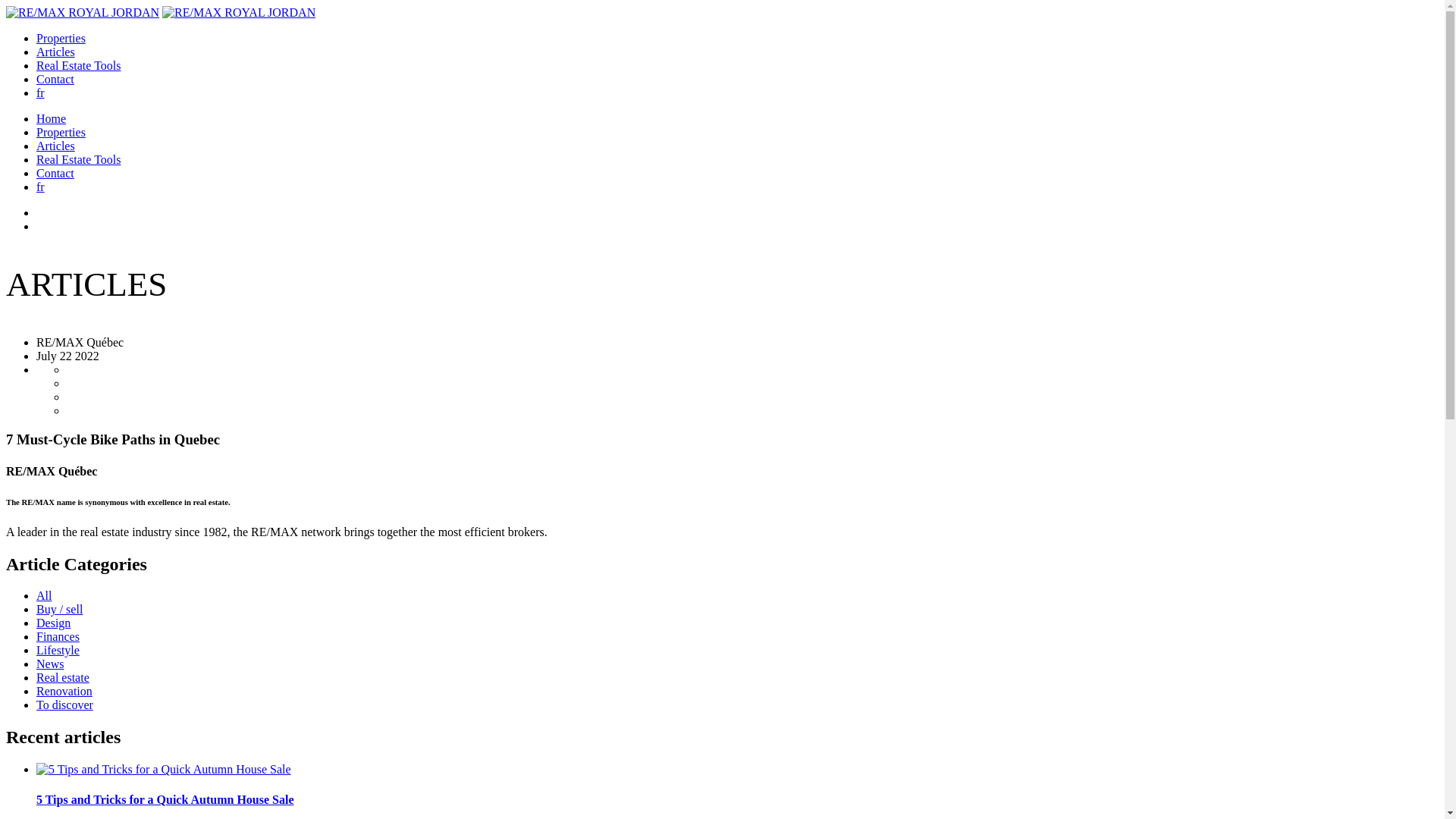 The height and width of the screenshot is (819, 1456). Describe the element at coordinates (58, 649) in the screenshot. I see `'Lifestyle'` at that location.